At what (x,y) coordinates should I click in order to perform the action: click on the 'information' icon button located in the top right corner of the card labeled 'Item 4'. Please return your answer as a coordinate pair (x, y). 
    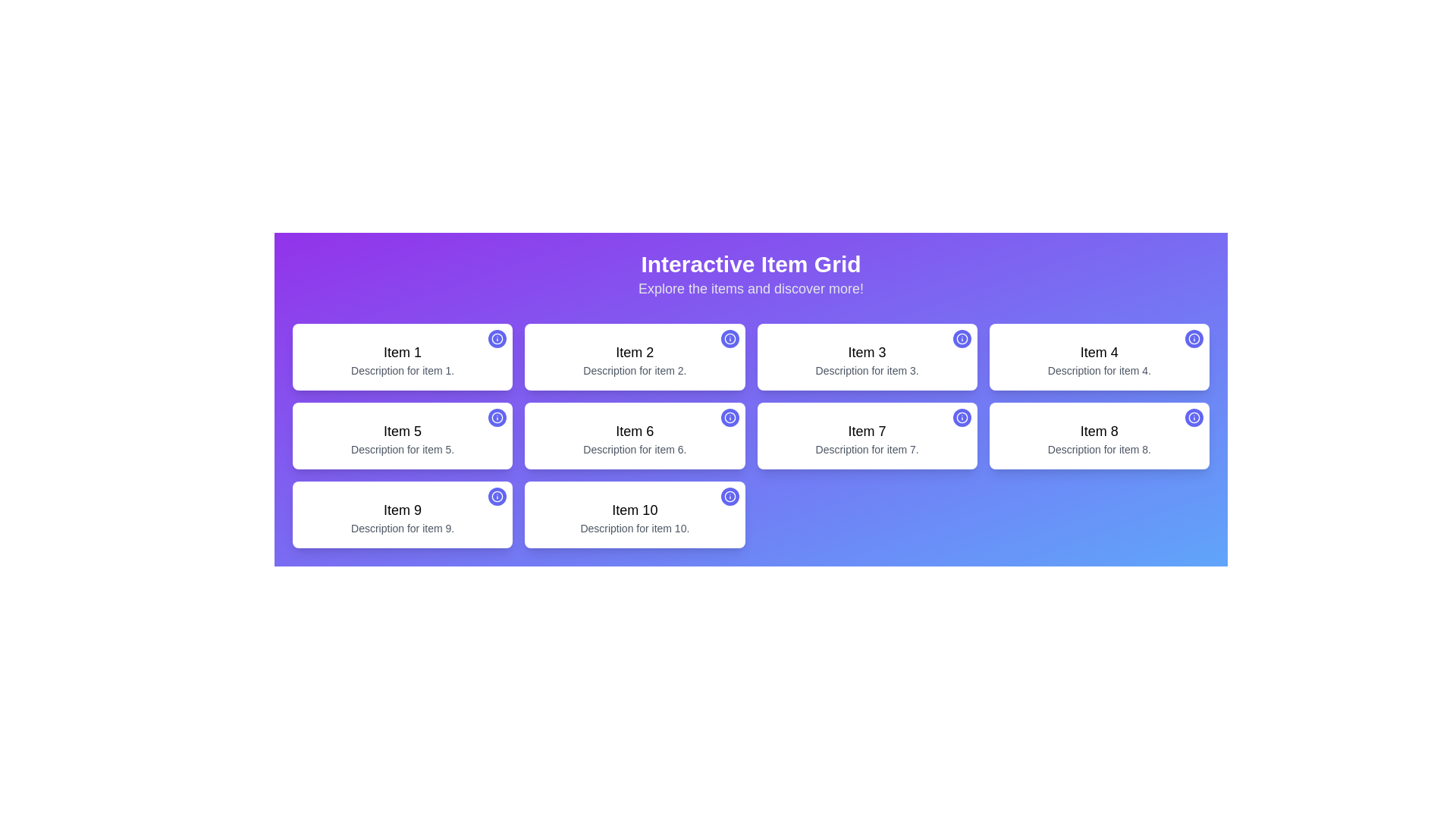
    Looking at the image, I should click on (1193, 338).